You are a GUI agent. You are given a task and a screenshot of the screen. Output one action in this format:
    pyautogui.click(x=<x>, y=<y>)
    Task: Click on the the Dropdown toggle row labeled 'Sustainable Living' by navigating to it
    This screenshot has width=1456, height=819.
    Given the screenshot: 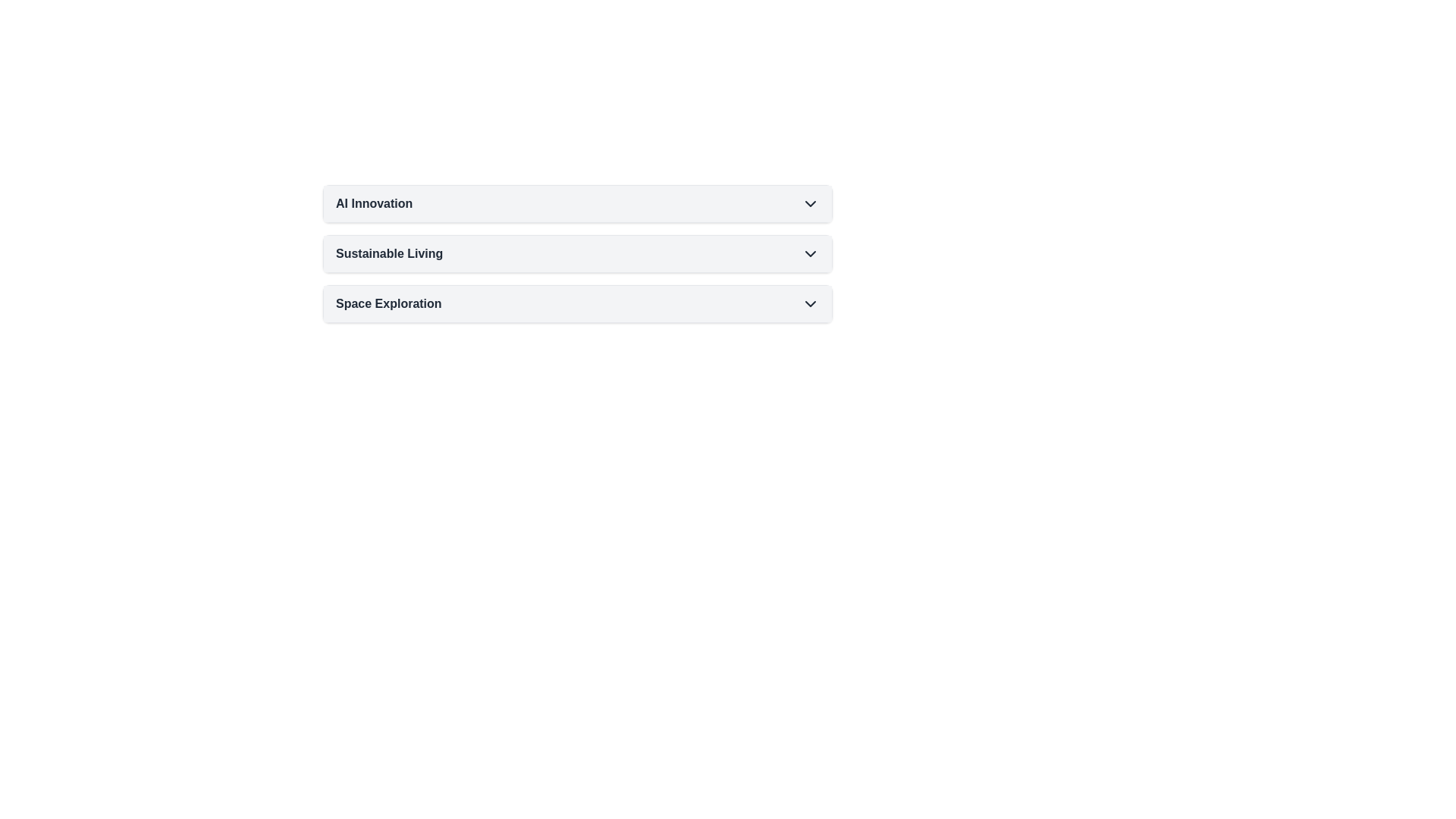 What is the action you would take?
    pyautogui.click(x=577, y=253)
    